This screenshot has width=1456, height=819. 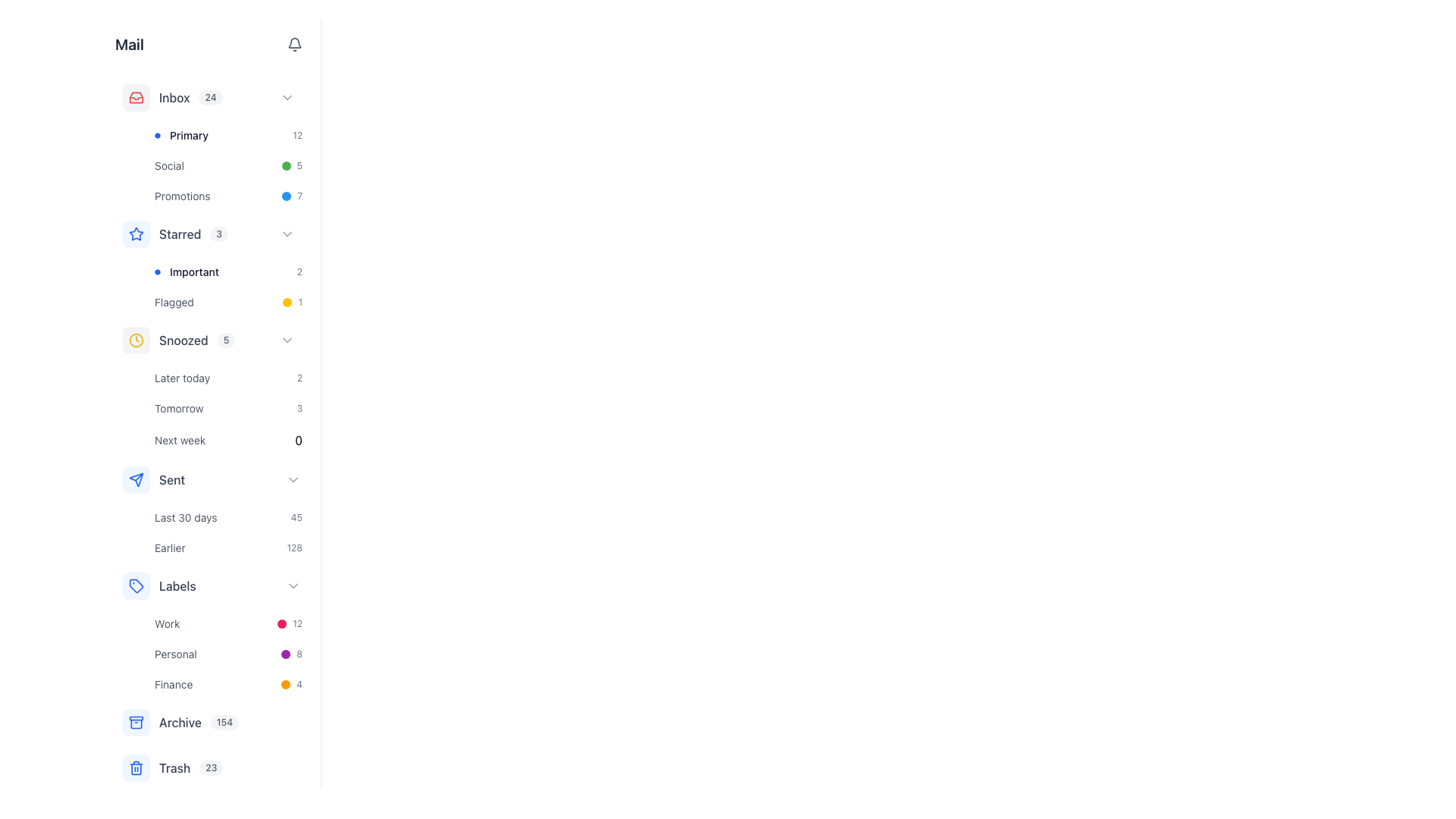 What do you see at coordinates (227, 441) in the screenshot?
I see `the list item labeled 'Next week'` at bounding box center [227, 441].